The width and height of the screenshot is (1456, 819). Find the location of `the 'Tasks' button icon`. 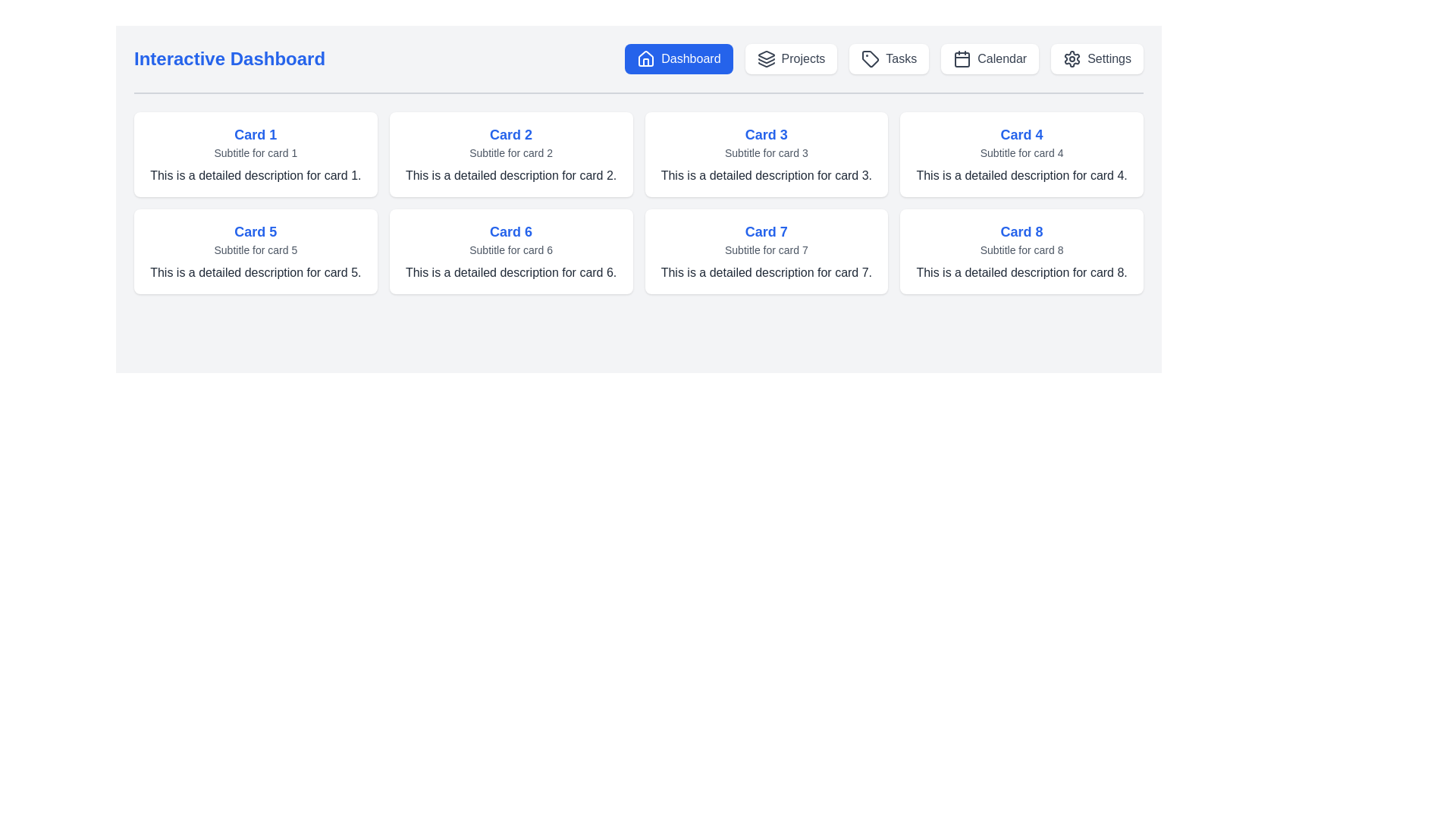

the 'Tasks' button icon is located at coordinates (871, 58).